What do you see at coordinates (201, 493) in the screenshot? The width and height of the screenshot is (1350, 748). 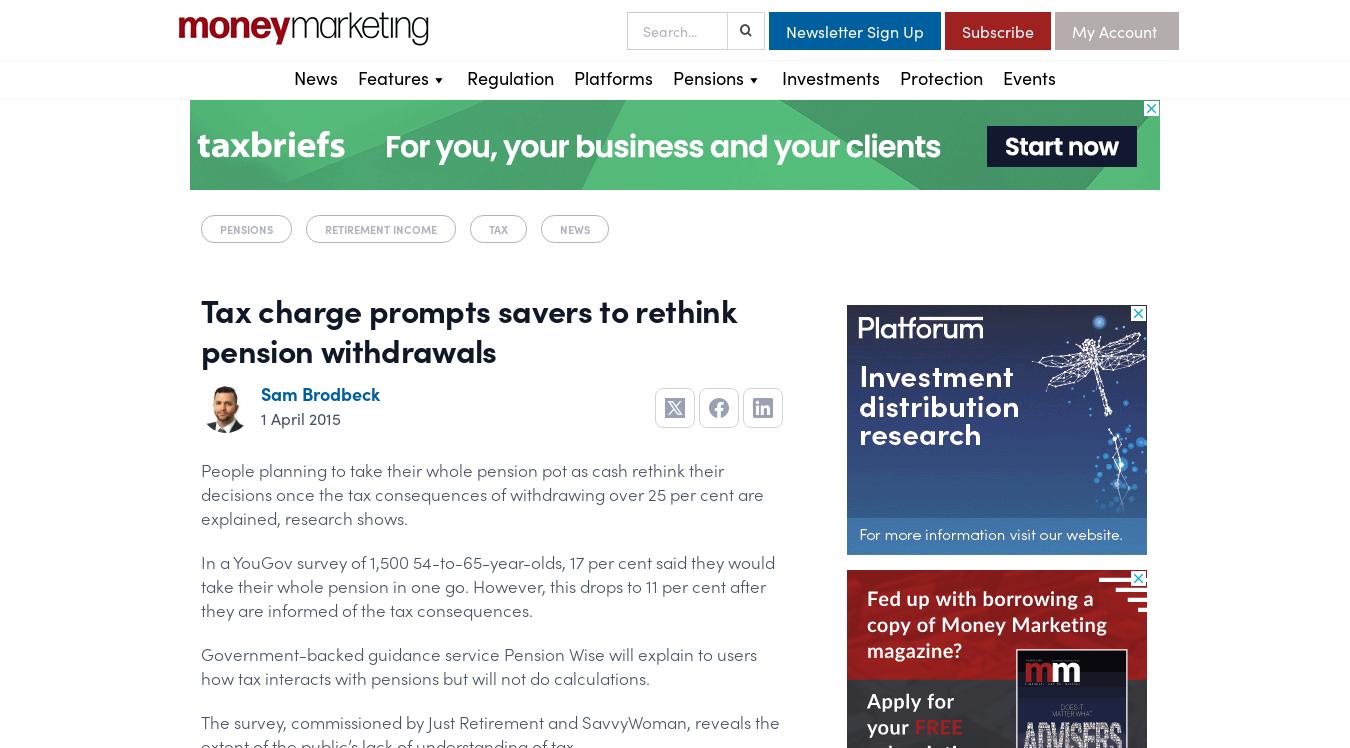 I see `'People planning to take their whole pension pot as cash rethink their decisions once the tax consequences of withdrawing over 25 per cent are explained, research shows.'` at bounding box center [201, 493].